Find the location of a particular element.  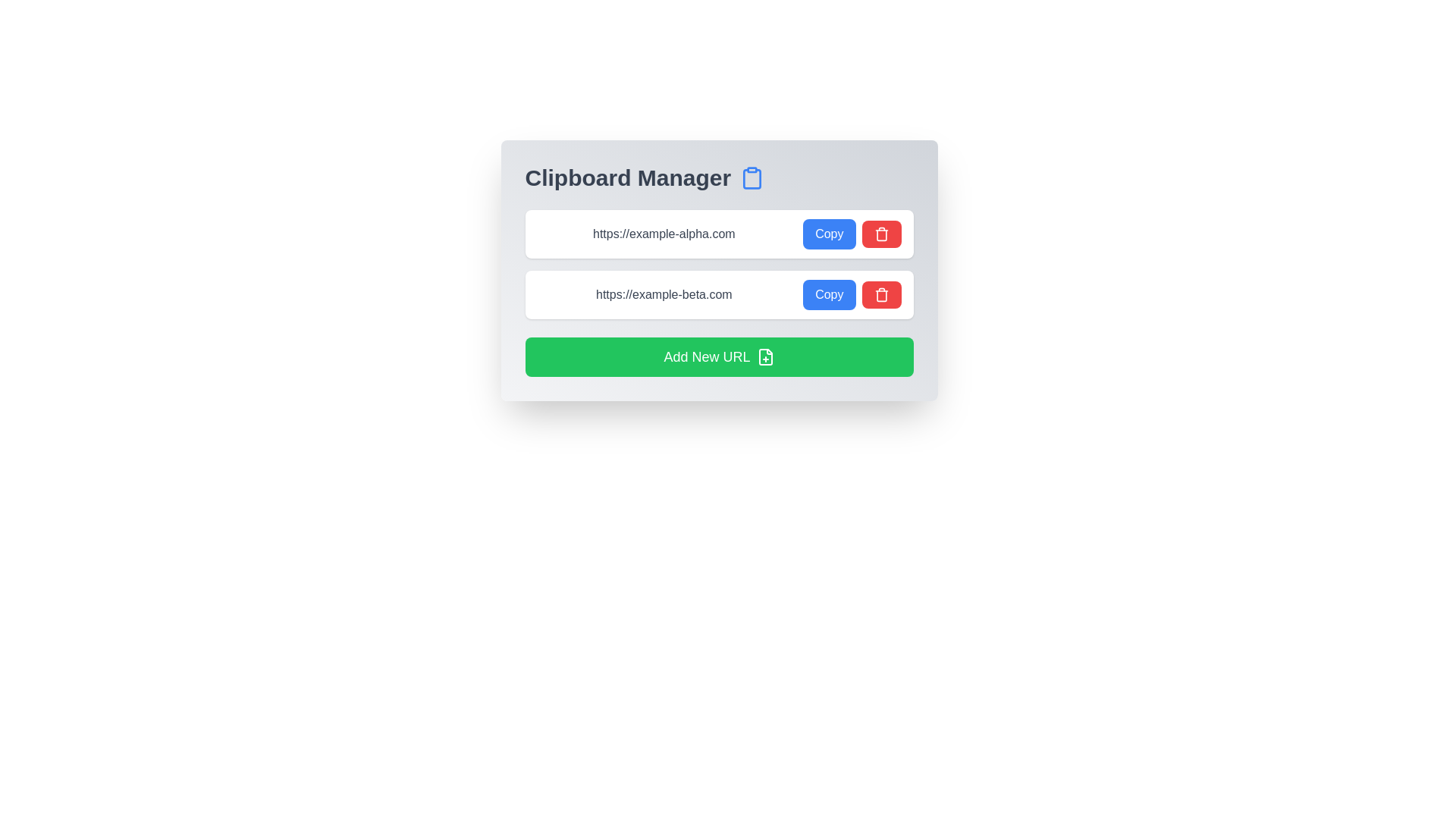

the text label displaying the URL 'https://example-alpha.com' in gray font, located in the clipboard management interface before the 'Copy' button and trash icon is located at coordinates (664, 234).